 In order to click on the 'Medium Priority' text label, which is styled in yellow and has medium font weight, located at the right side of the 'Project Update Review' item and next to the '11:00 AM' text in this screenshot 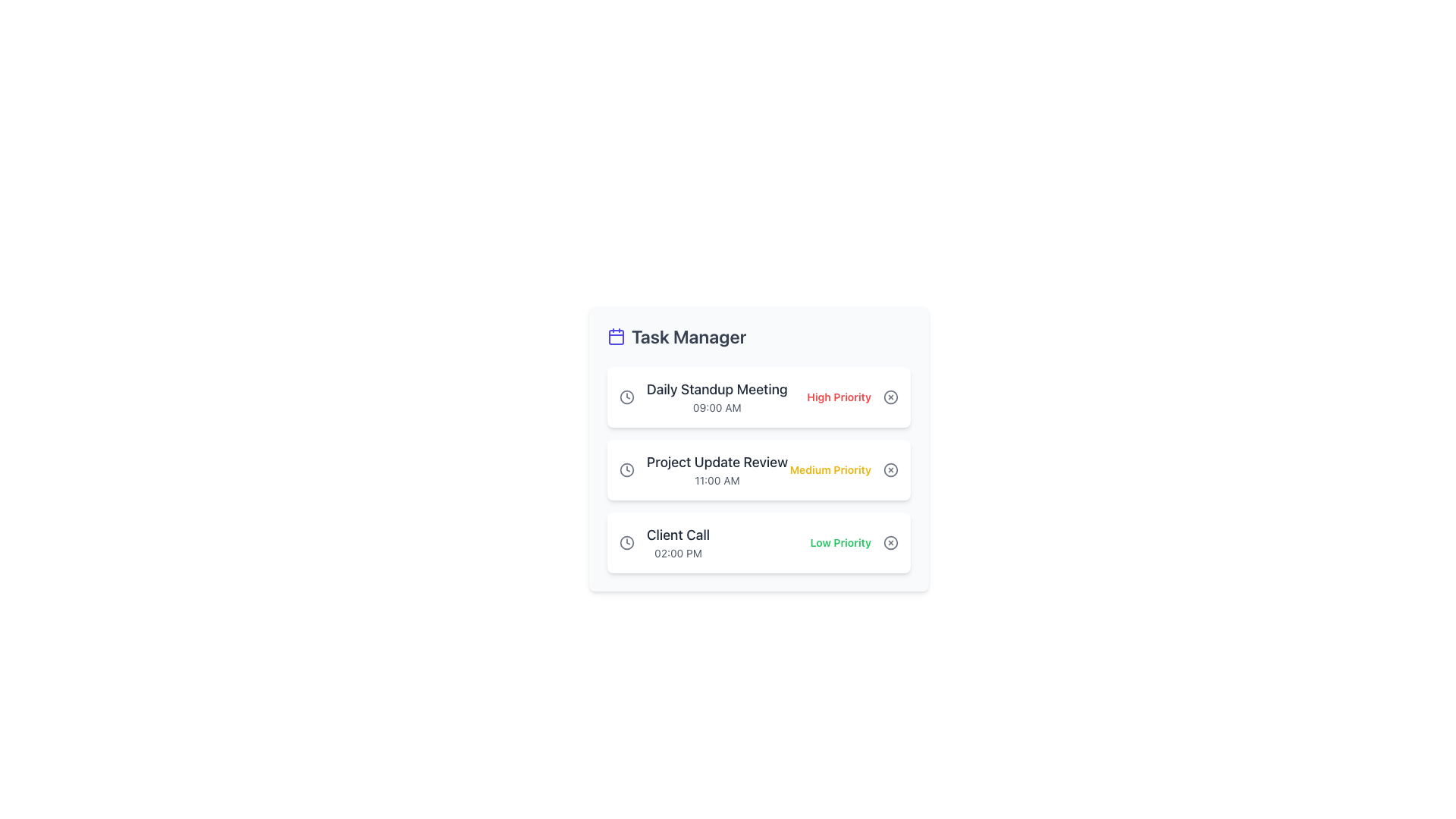, I will do `click(843, 469)`.